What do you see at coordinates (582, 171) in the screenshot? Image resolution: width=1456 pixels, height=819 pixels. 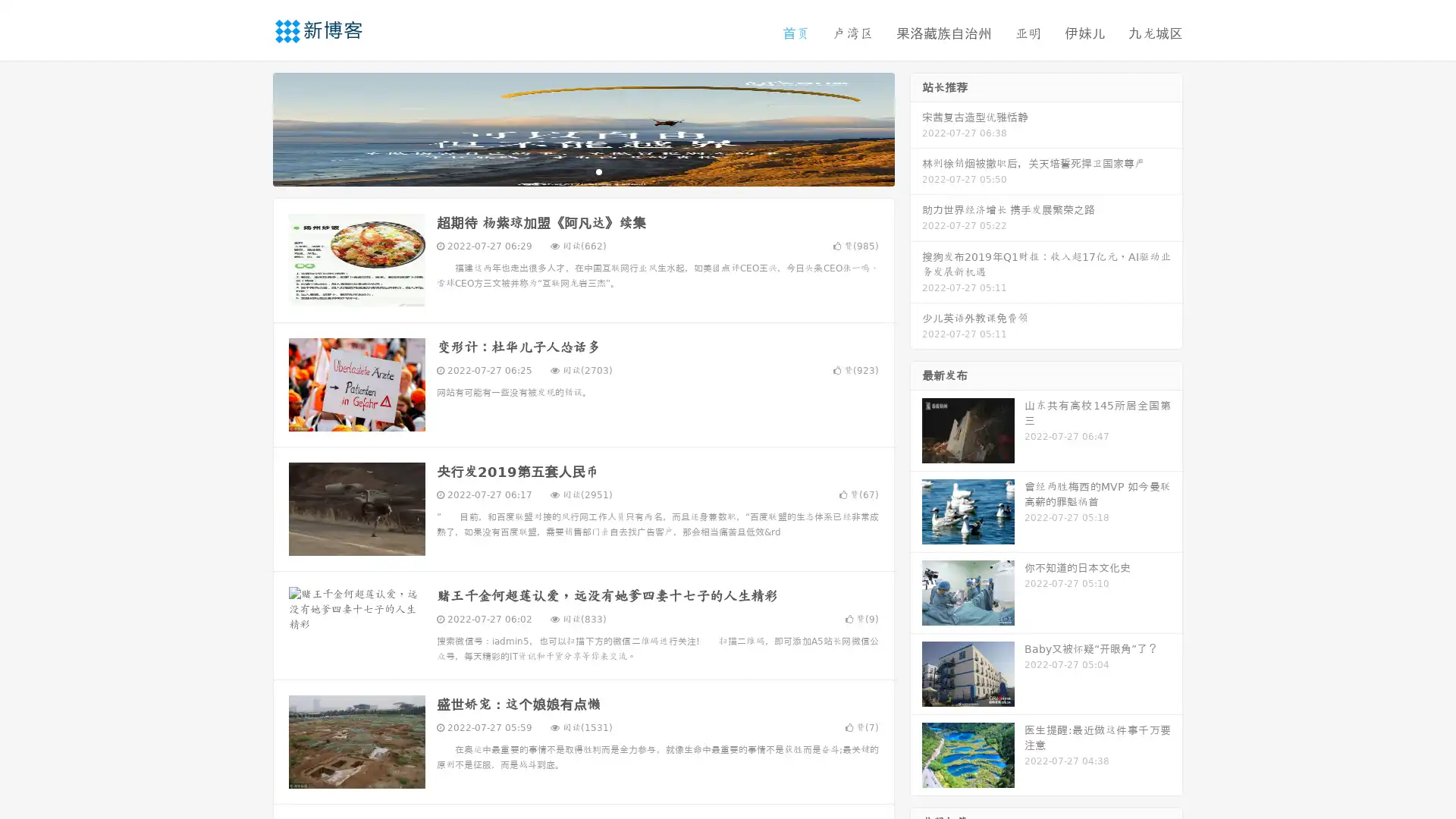 I see `Go to slide 2` at bounding box center [582, 171].